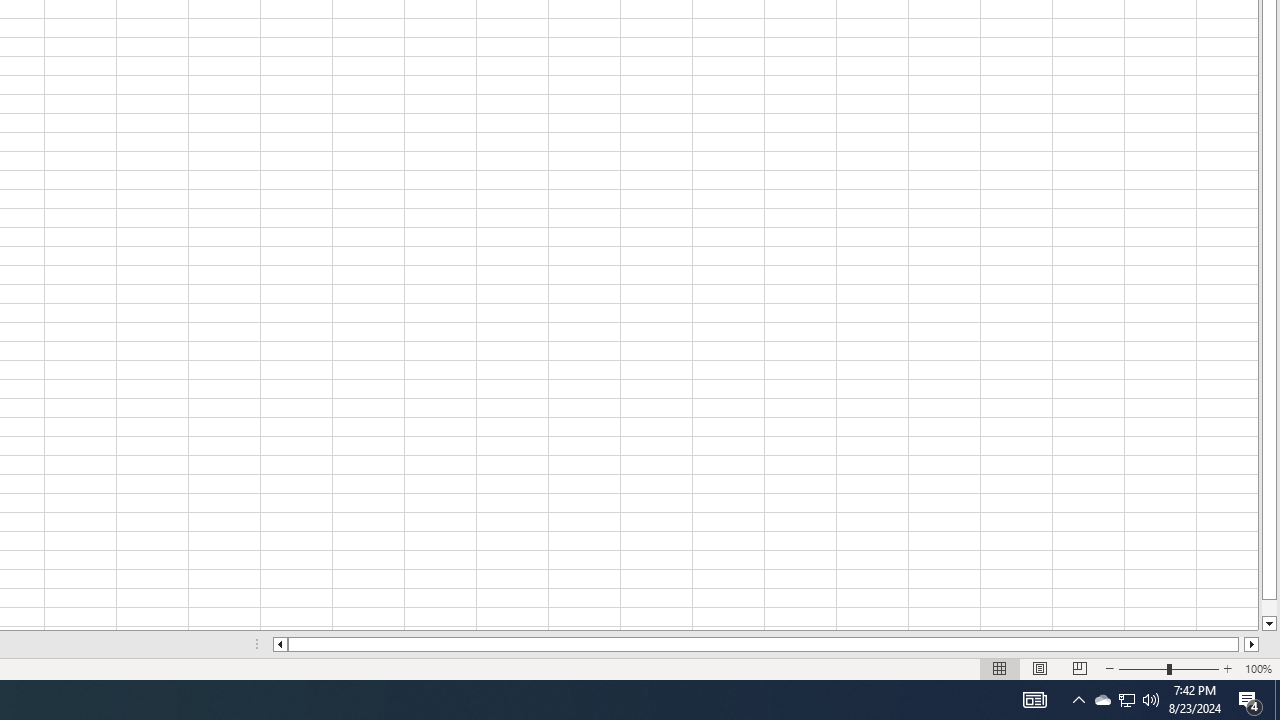 This screenshot has width=1280, height=720. I want to click on 'Zoom Out', so click(1143, 669).